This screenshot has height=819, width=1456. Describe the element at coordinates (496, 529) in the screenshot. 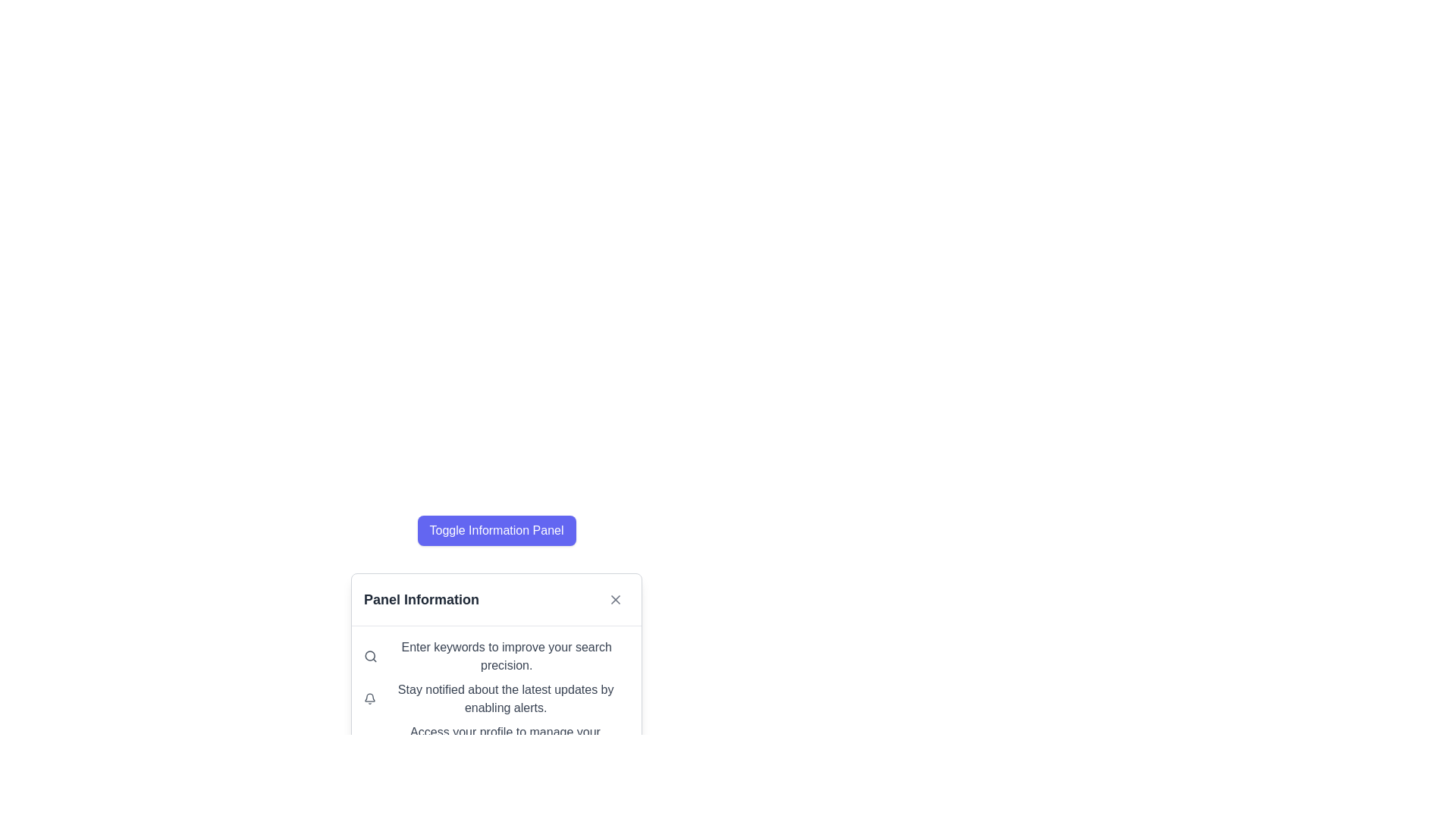

I see `the rounded rectangular button labeled 'Toggle Information Panel' with a white text on a blue background` at that location.